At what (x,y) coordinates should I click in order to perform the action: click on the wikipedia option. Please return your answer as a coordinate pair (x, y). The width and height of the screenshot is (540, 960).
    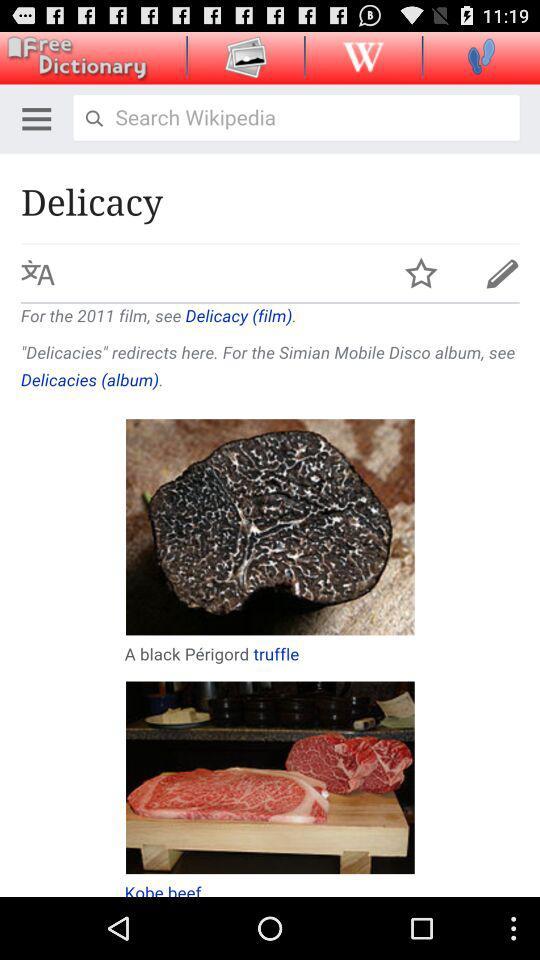
    Looking at the image, I should click on (362, 55).